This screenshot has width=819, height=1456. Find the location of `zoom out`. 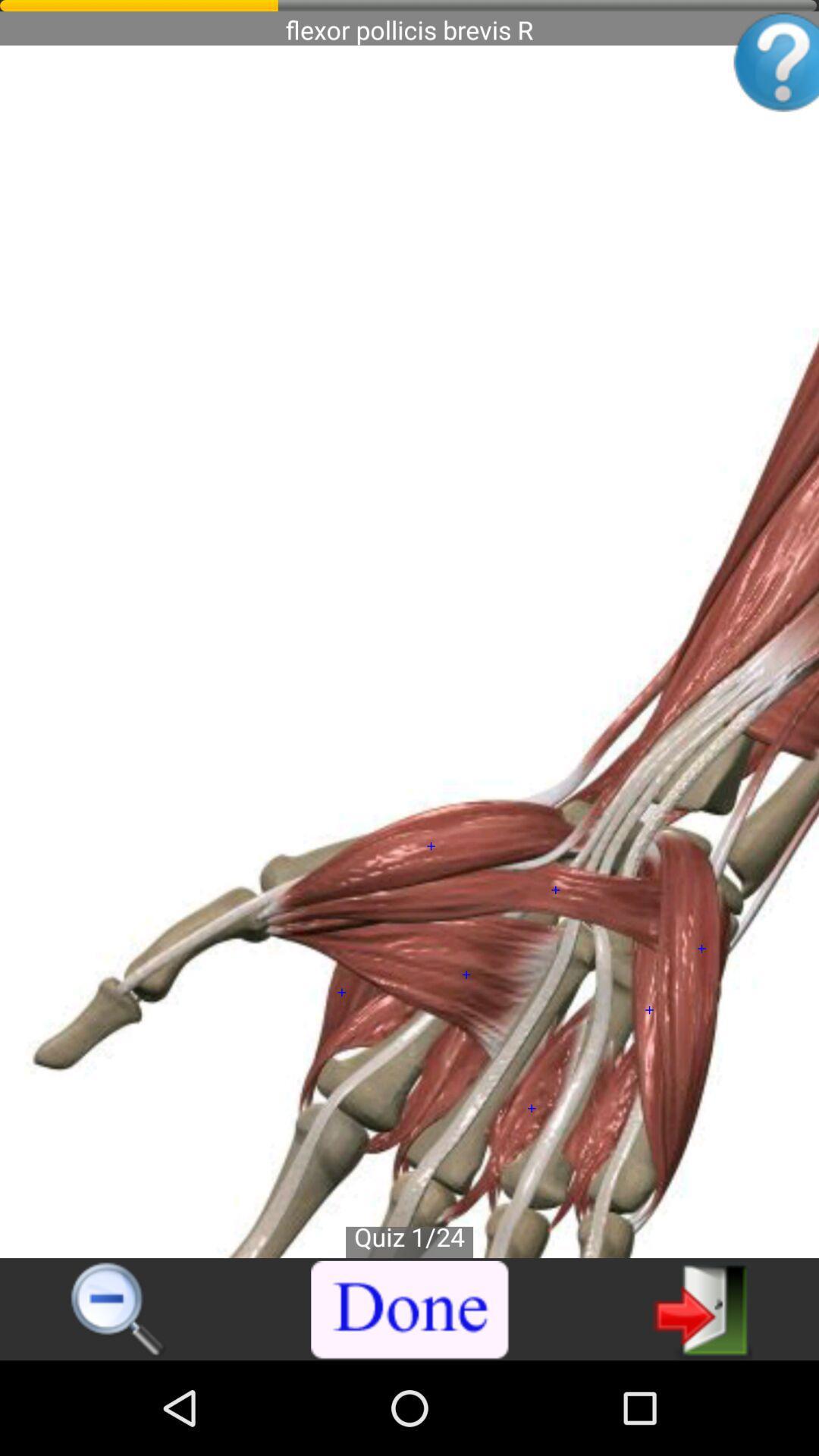

zoom out is located at coordinates (118, 1310).